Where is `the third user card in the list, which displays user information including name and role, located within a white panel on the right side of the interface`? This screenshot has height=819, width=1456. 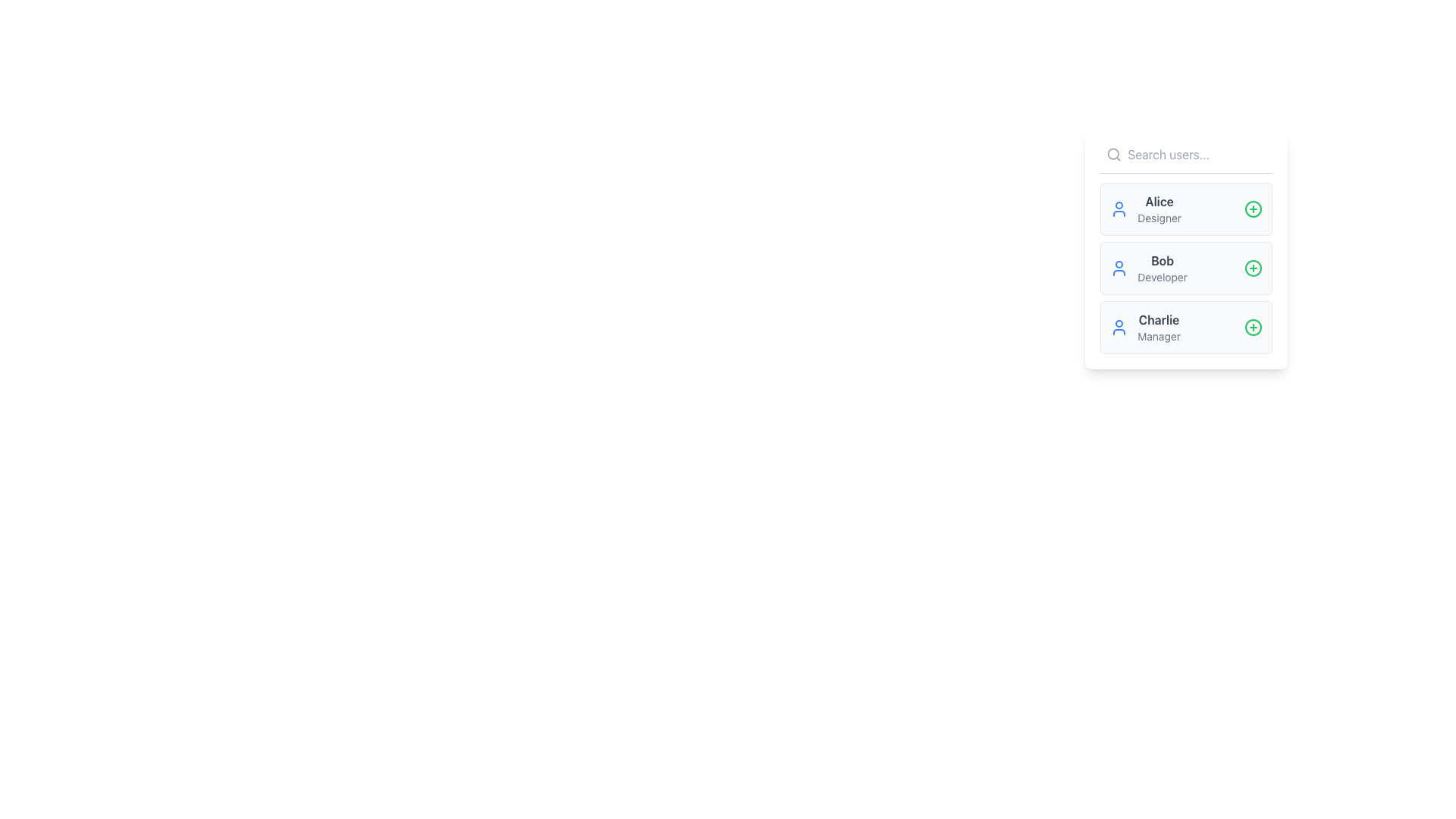
the third user card in the list, which displays user information including name and role, located within a white panel on the right side of the interface is located at coordinates (1145, 327).